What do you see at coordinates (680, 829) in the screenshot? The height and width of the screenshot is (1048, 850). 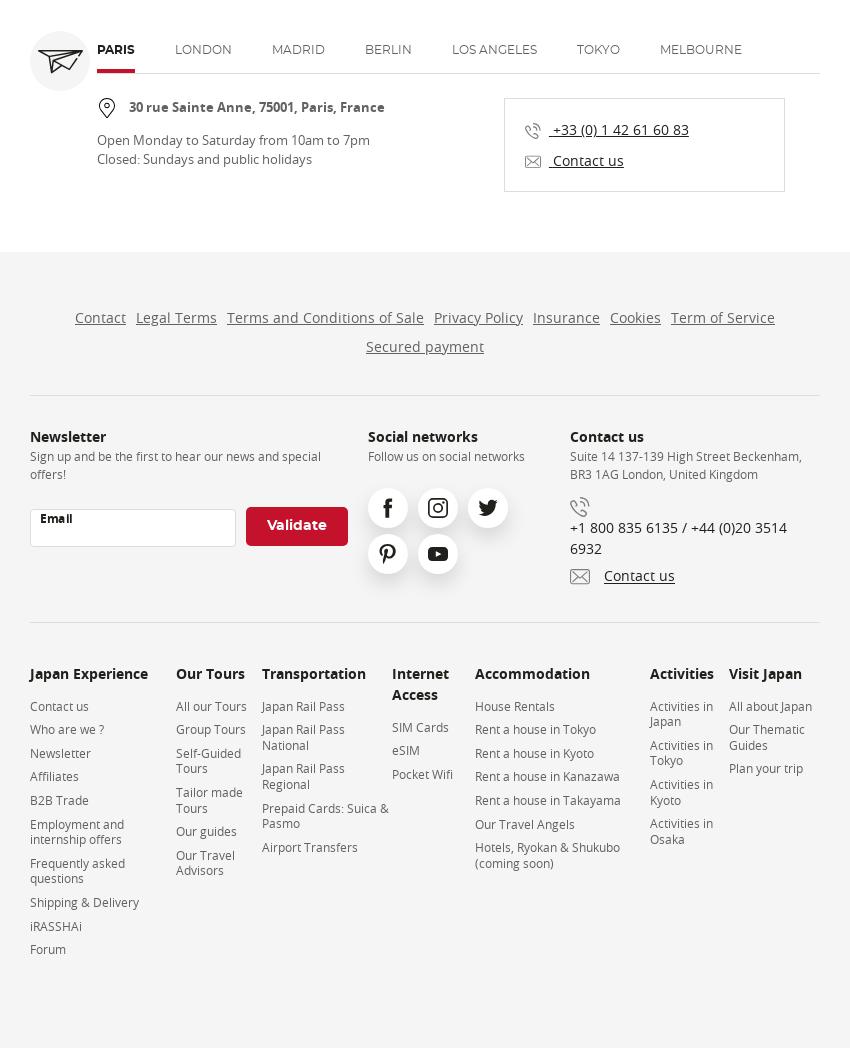 I see `'Activities in Osaka'` at bounding box center [680, 829].